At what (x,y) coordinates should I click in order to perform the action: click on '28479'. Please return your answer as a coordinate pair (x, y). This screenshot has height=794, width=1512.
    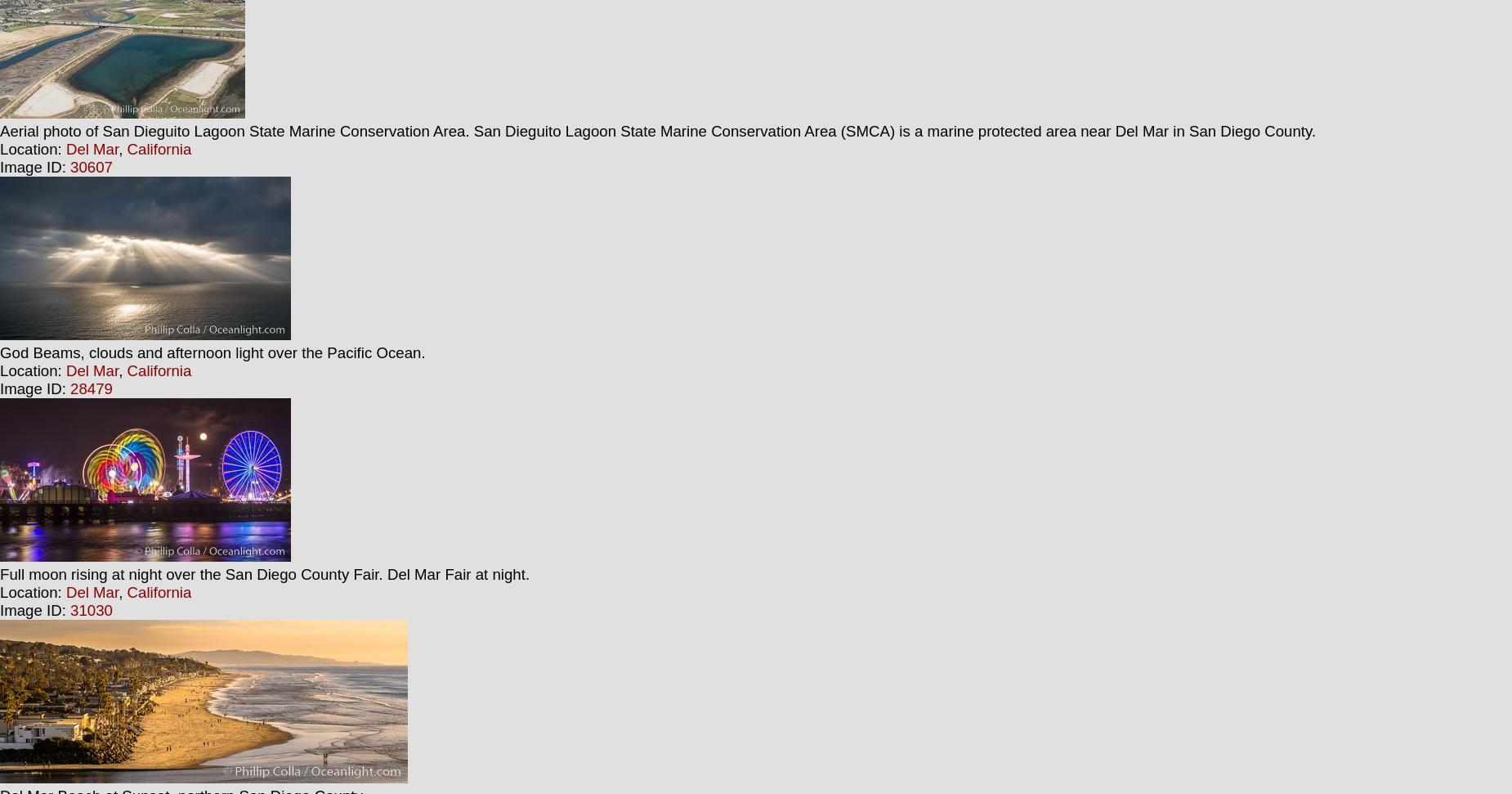
    Looking at the image, I should click on (90, 388).